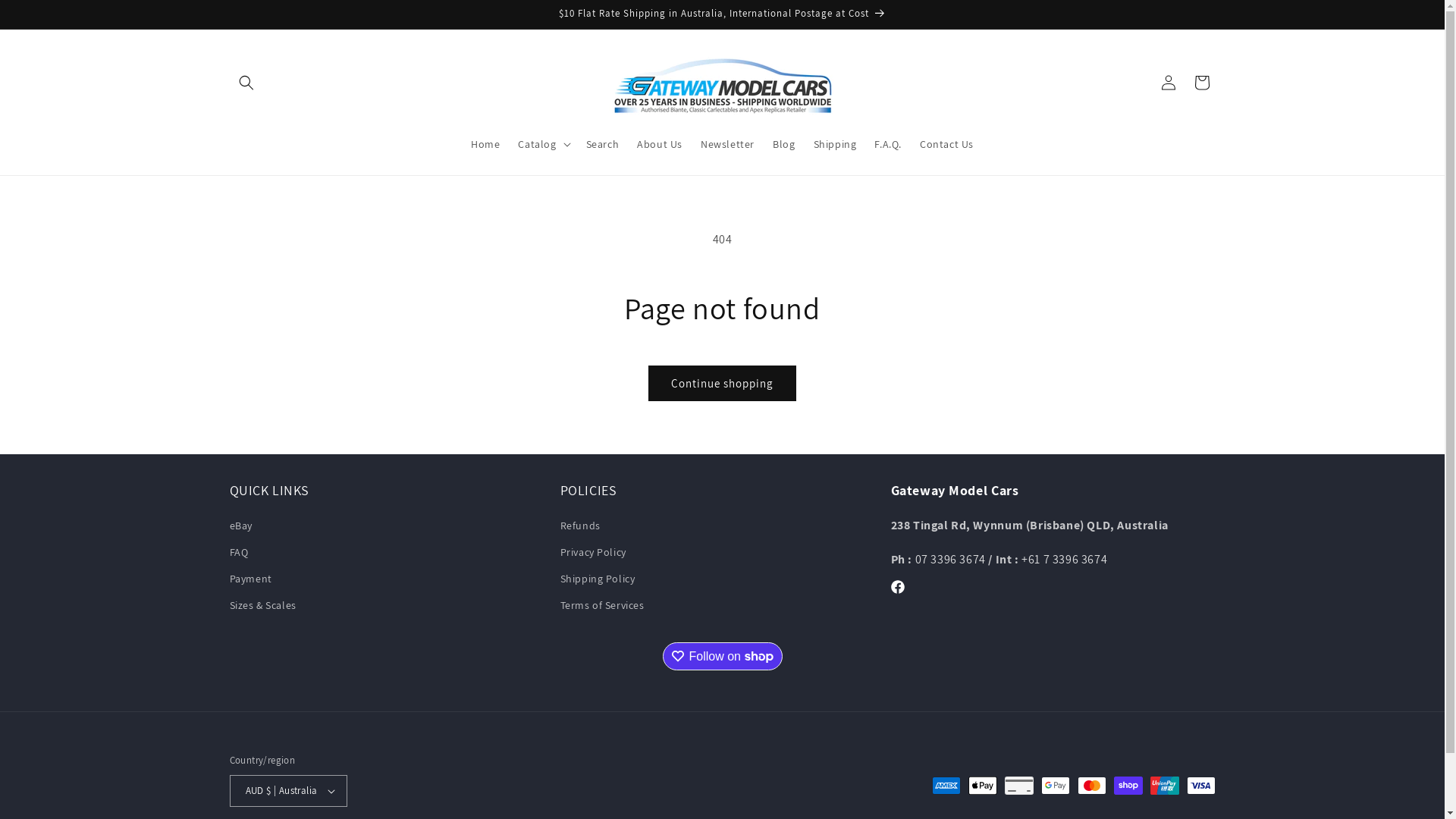 The image size is (1456, 819). Describe the element at coordinates (659, 143) in the screenshot. I see `'About Us'` at that location.